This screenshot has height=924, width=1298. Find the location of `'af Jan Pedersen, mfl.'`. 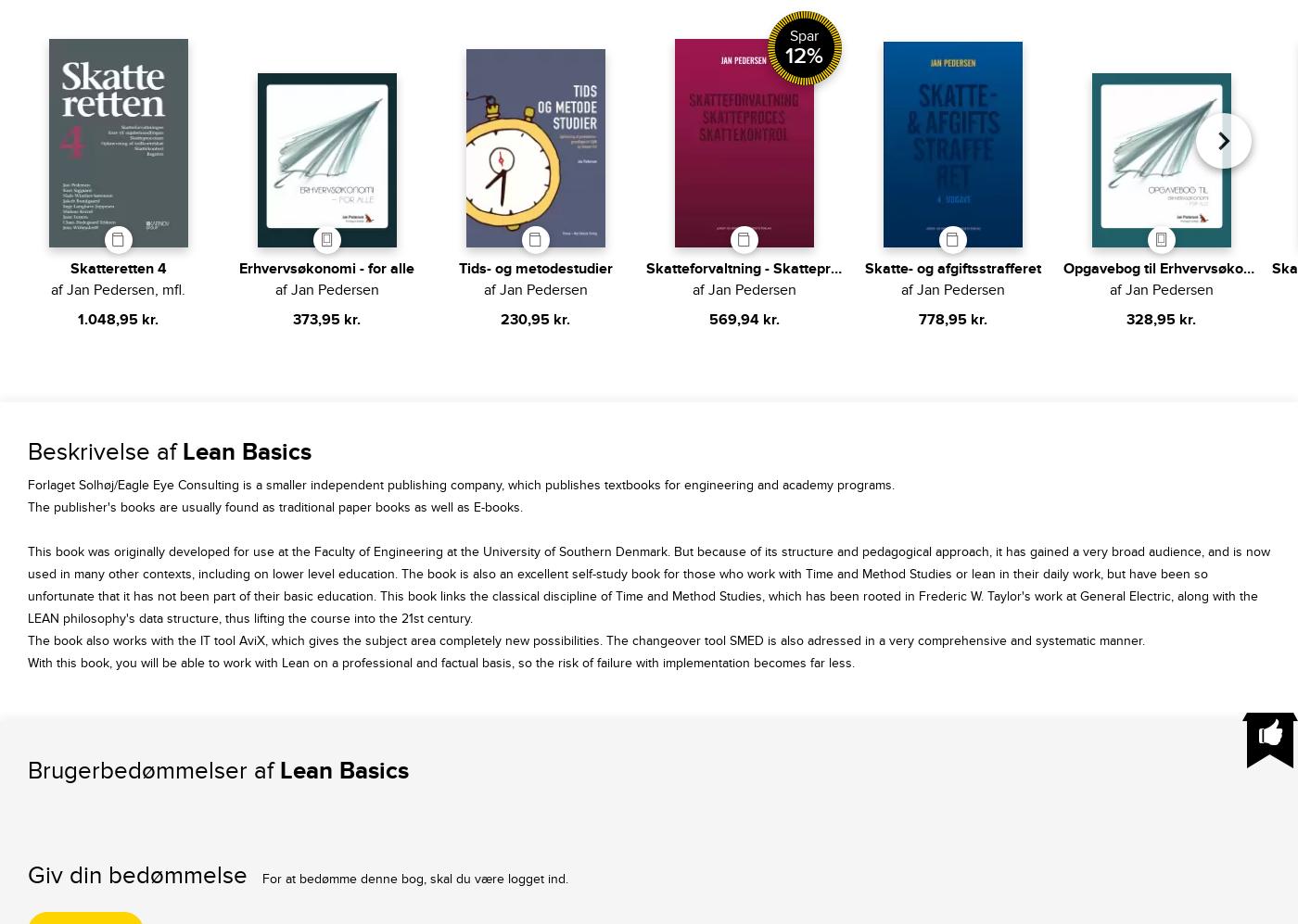

'af Jan Pedersen, mfl.' is located at coordinates (118, 288).